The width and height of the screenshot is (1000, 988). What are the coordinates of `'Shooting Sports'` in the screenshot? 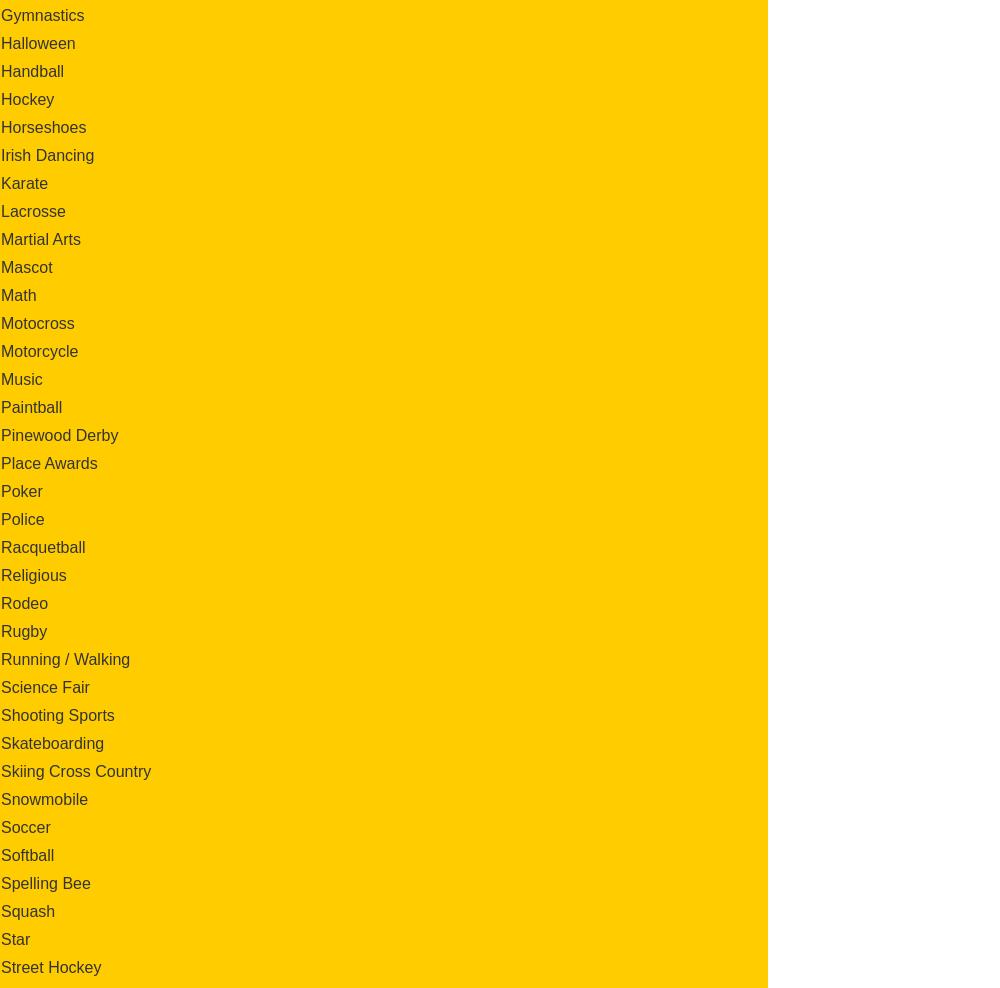 It's located at (1, 714).